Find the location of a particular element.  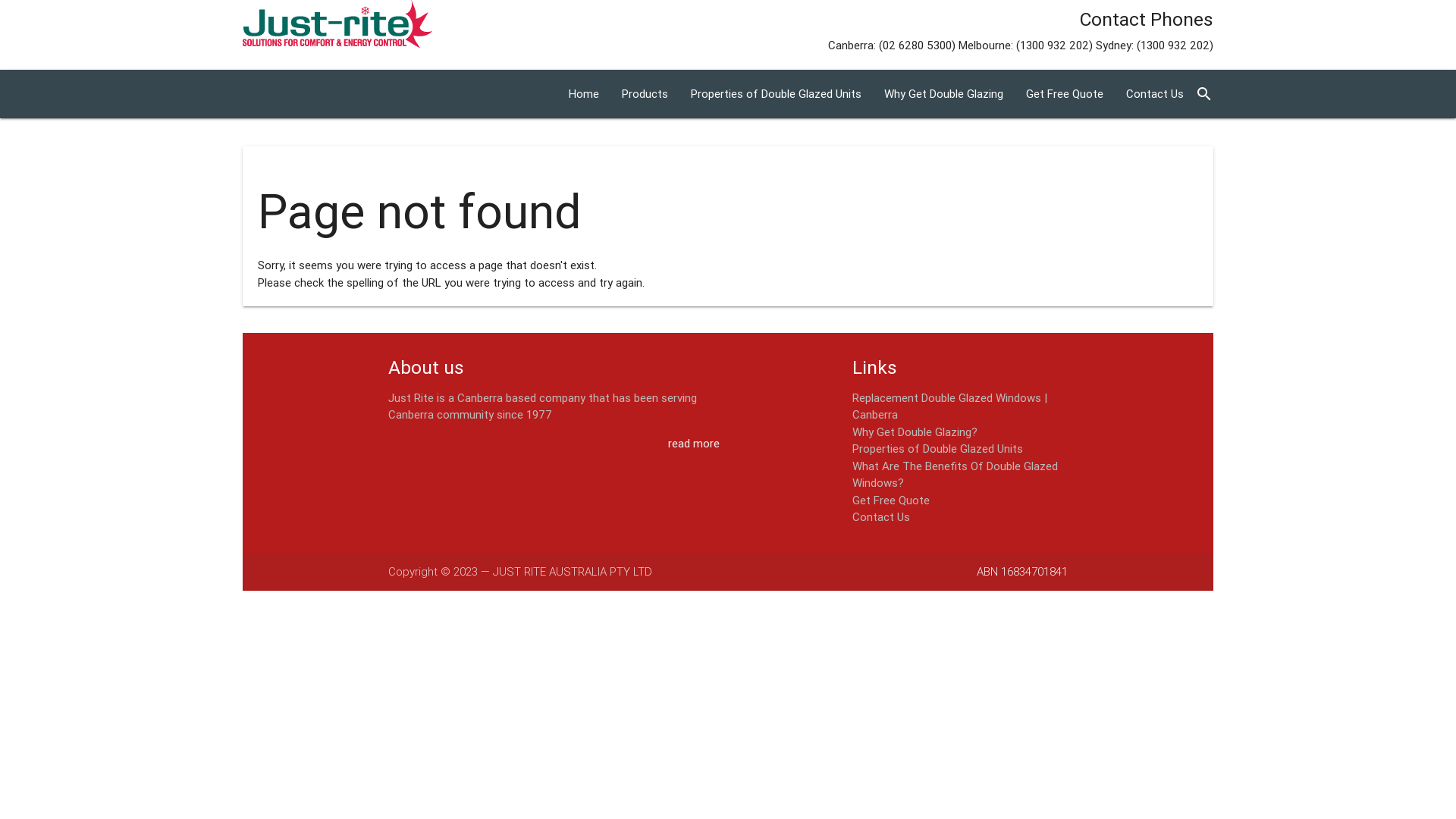

'ABN 16834701841' is located at coordinates (976, 570).